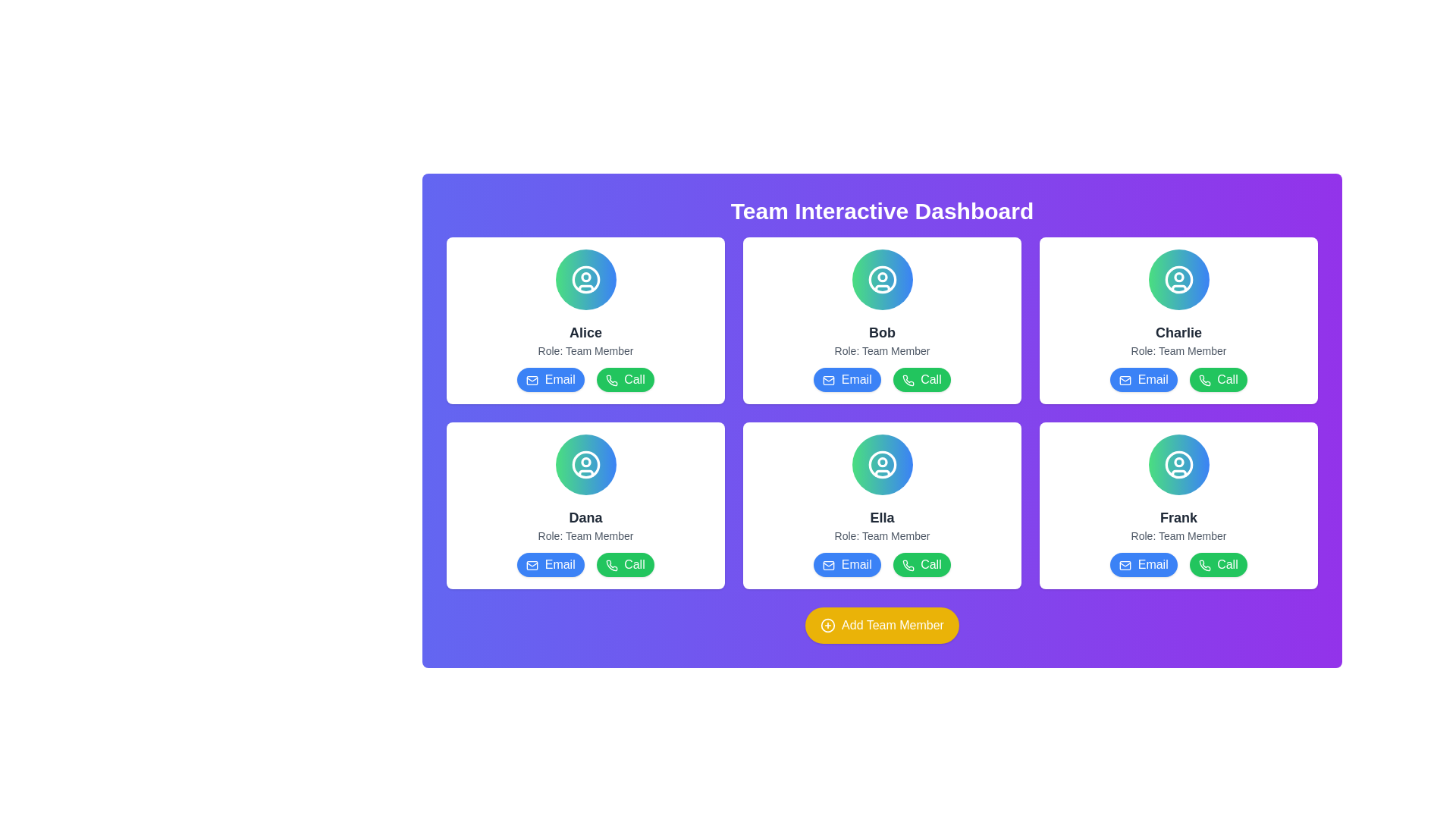  What do you see at coordinates (585, 280) in the screenshot?
I see `the user's profile icon represented within the top-left panel labeled 'Alice' as a 'Team Member.'` at bounding box center [585, 280].